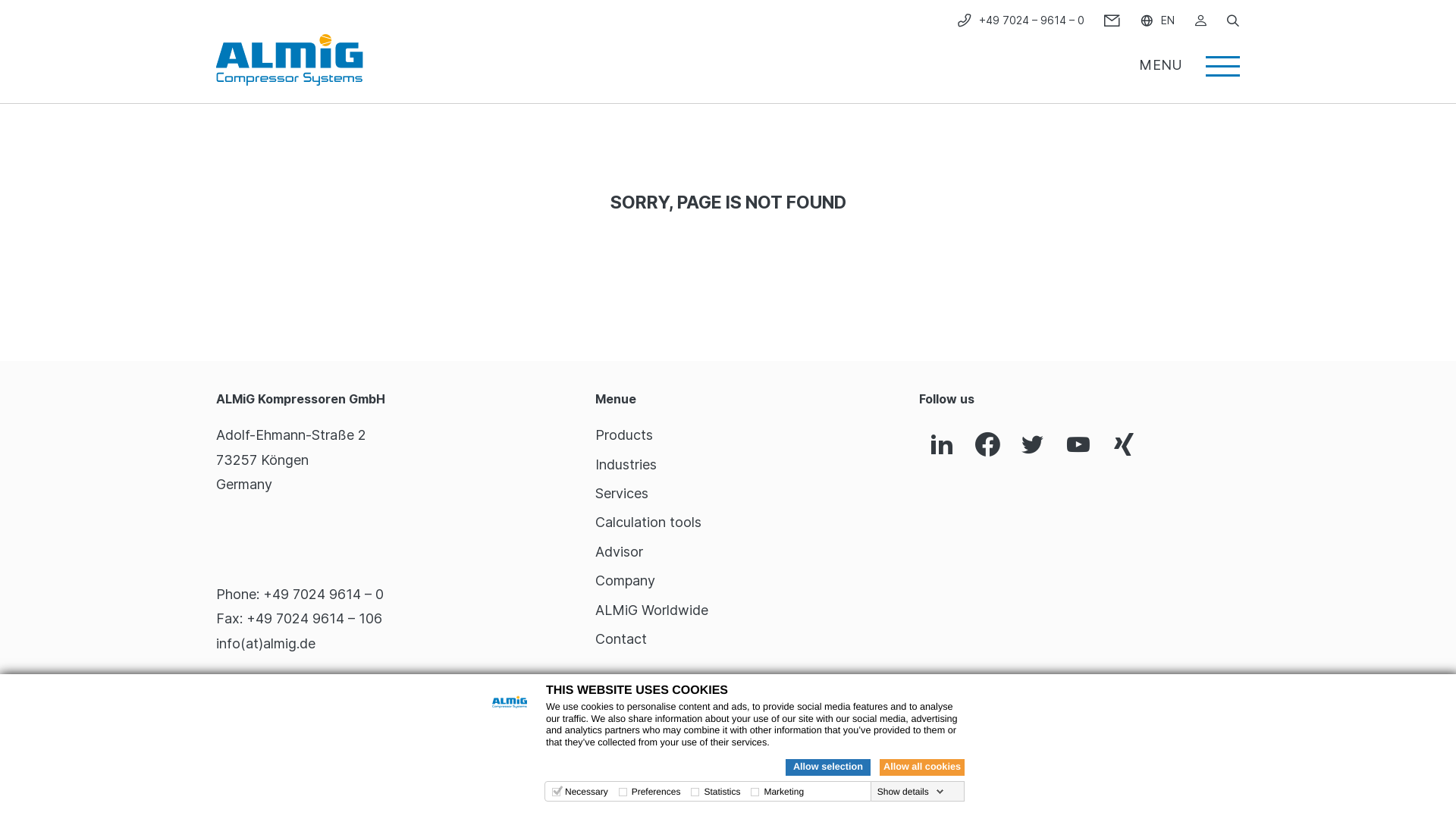  Describe the element at coordinates (987, 444) in the screenshot. I see `'Facebook'` at that location.